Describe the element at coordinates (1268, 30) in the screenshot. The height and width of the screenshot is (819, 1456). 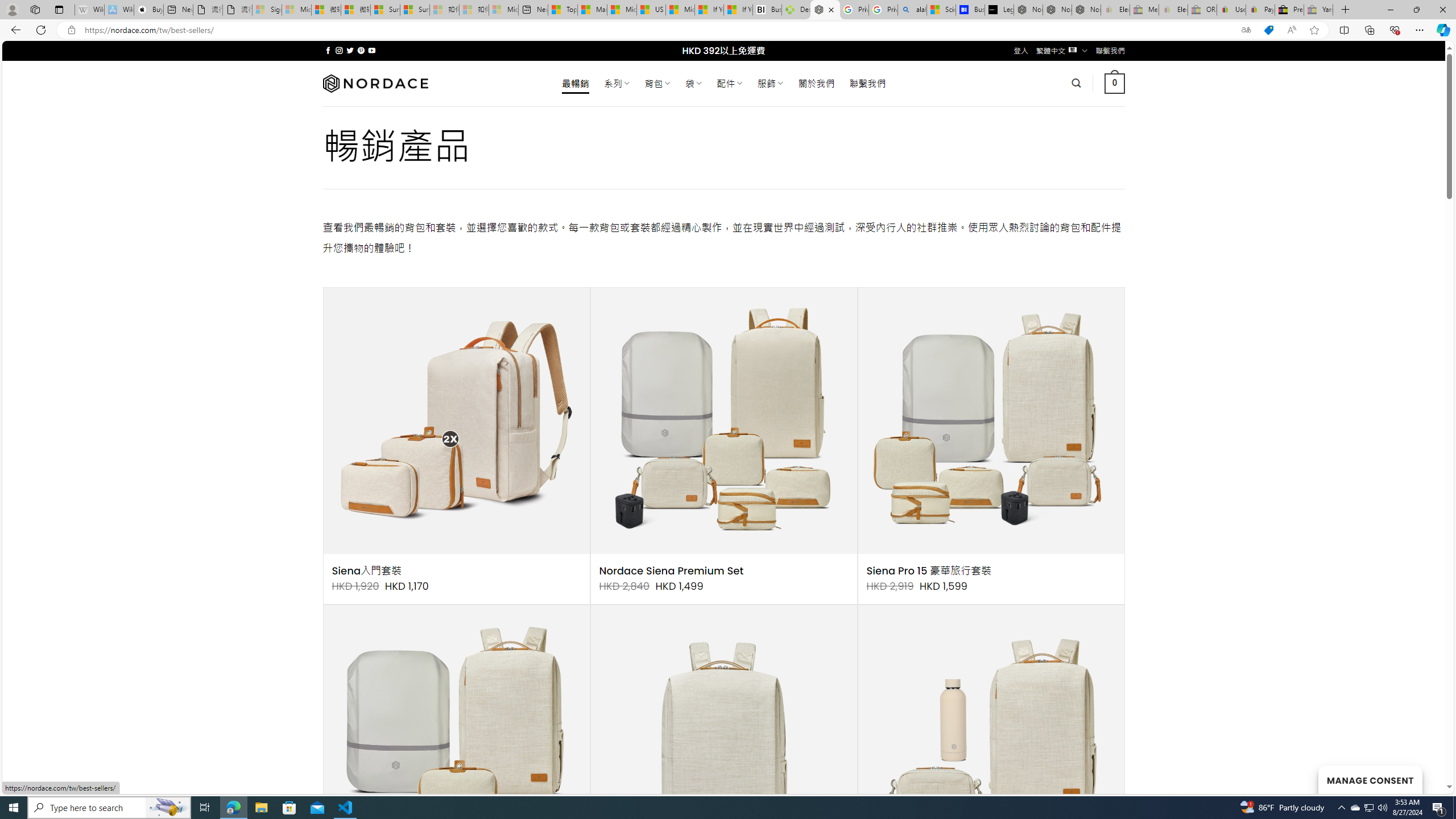
I see `'This site has coupons! Shopping in Microsoft Edge'` at that location.